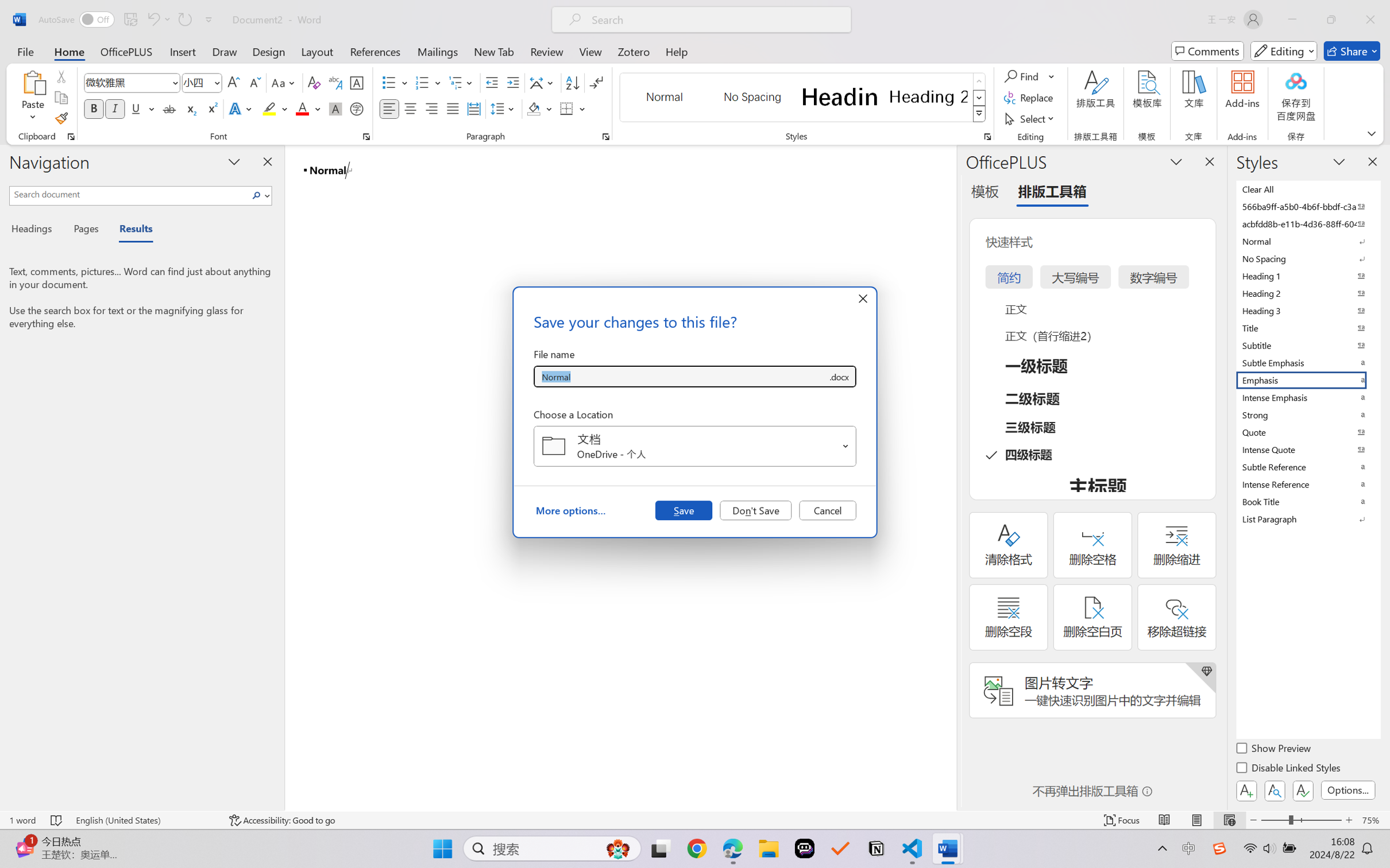  What do you see at coordinates (1229, 820) in the screenshot?
I see `'Web Layout'` at bounding box center [1229, 820].